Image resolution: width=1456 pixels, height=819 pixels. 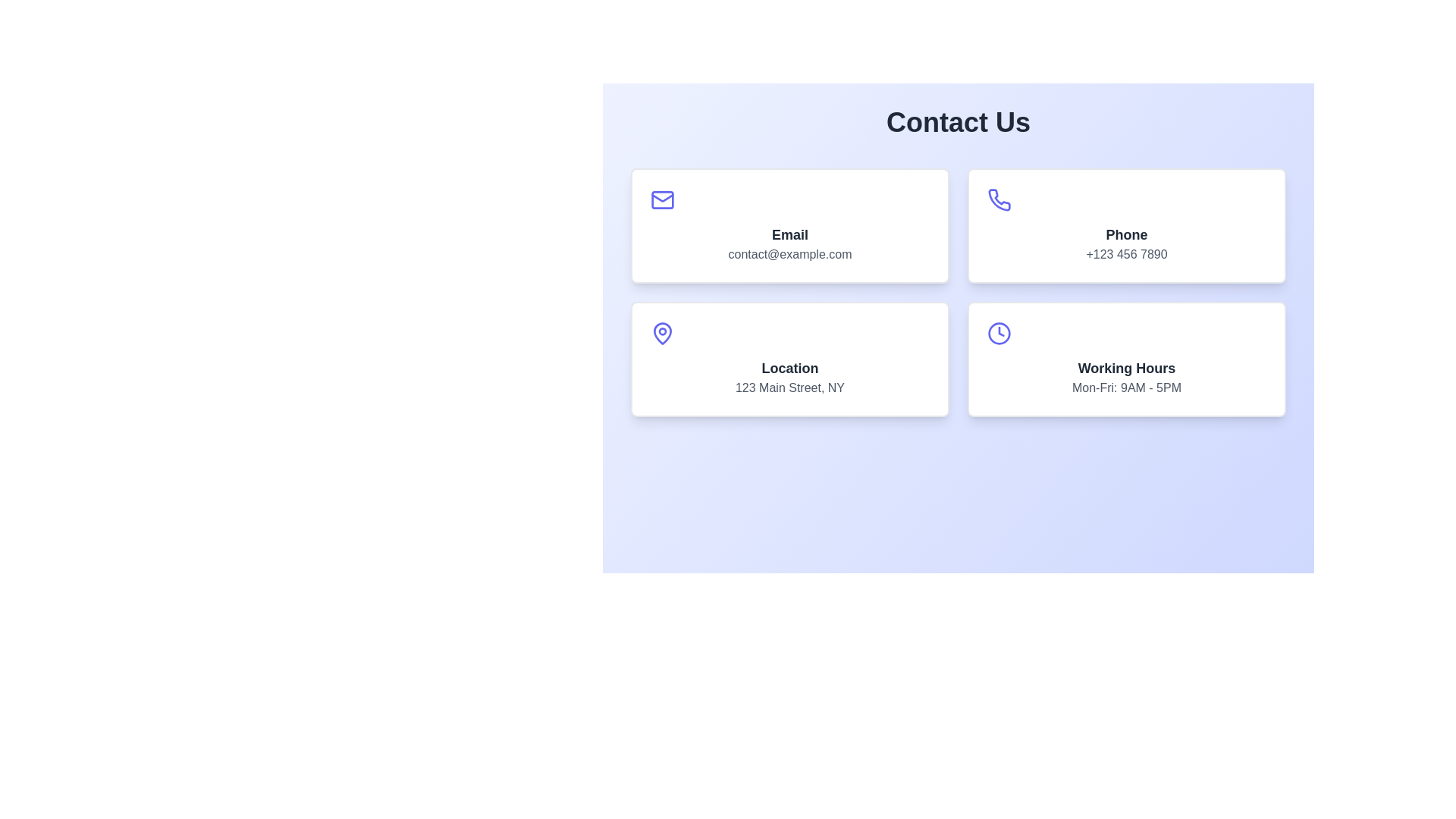 I want to click on the static text label providing information about operational hours, located in the bottom-right corner of the layout underneath the 'Working Hours' title, so click(x=1127, y=388).